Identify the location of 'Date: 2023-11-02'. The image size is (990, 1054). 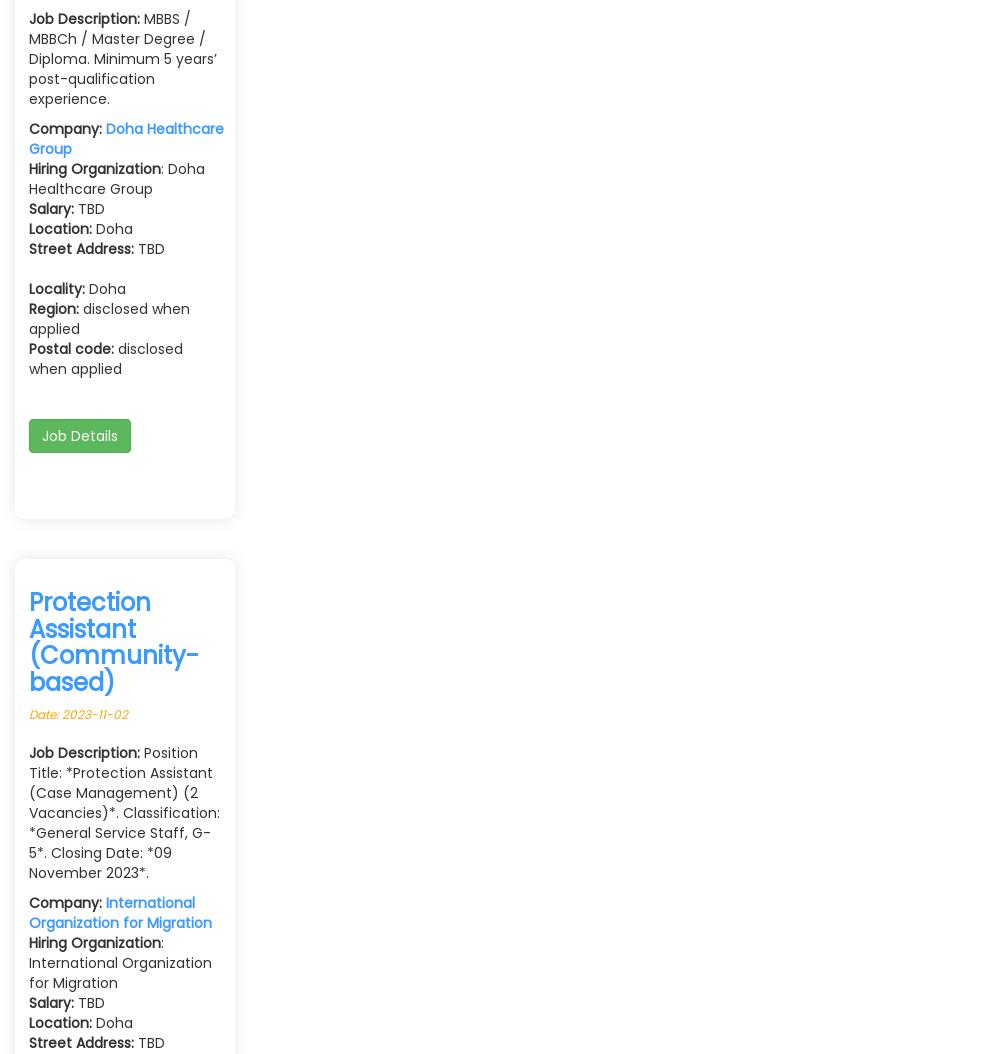
(78, 713).